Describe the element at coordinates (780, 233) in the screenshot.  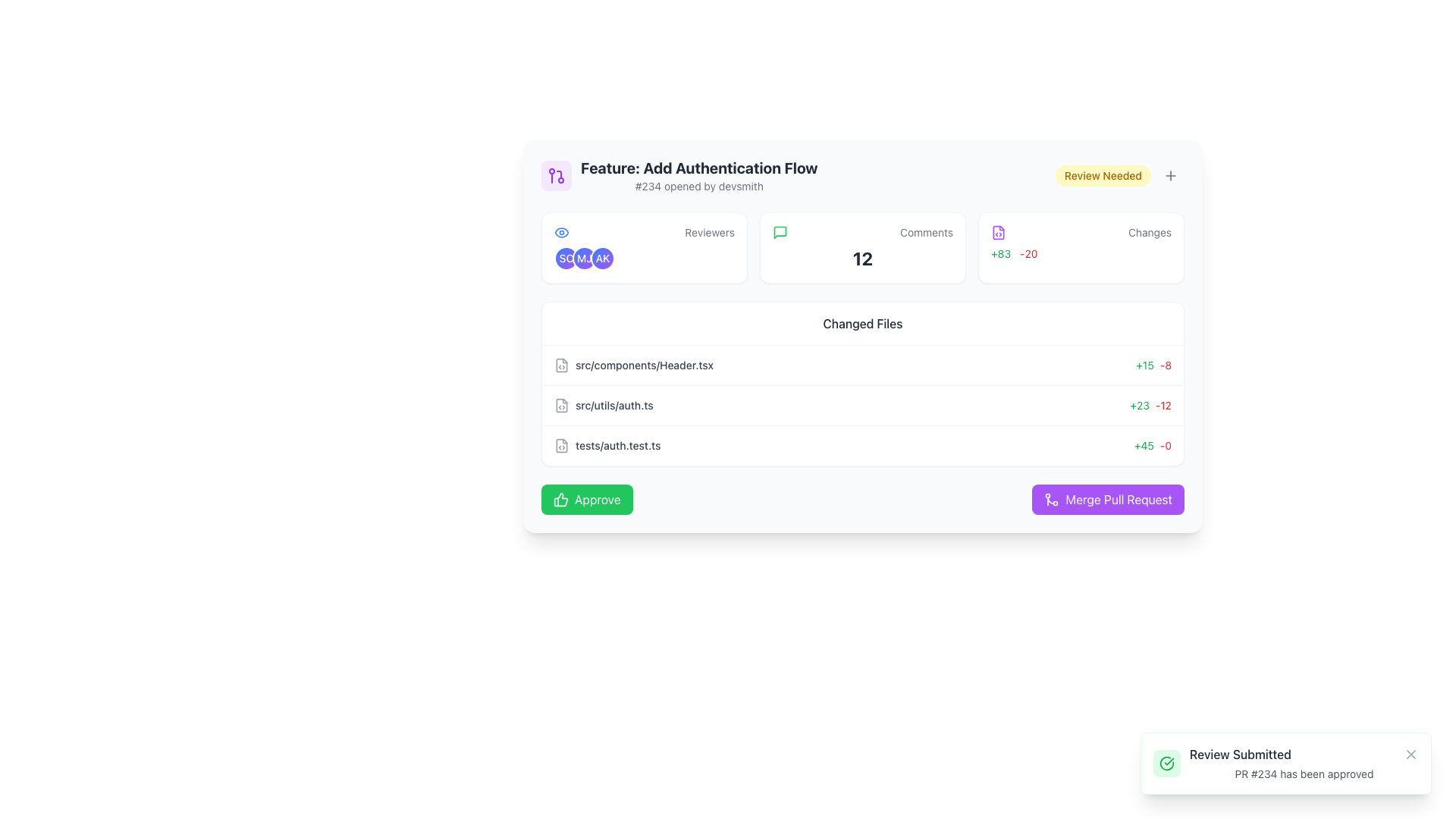
I see `the green speech bubble icon located in the 'Comments' section, which serves as a visual indicator for comments` at that location.